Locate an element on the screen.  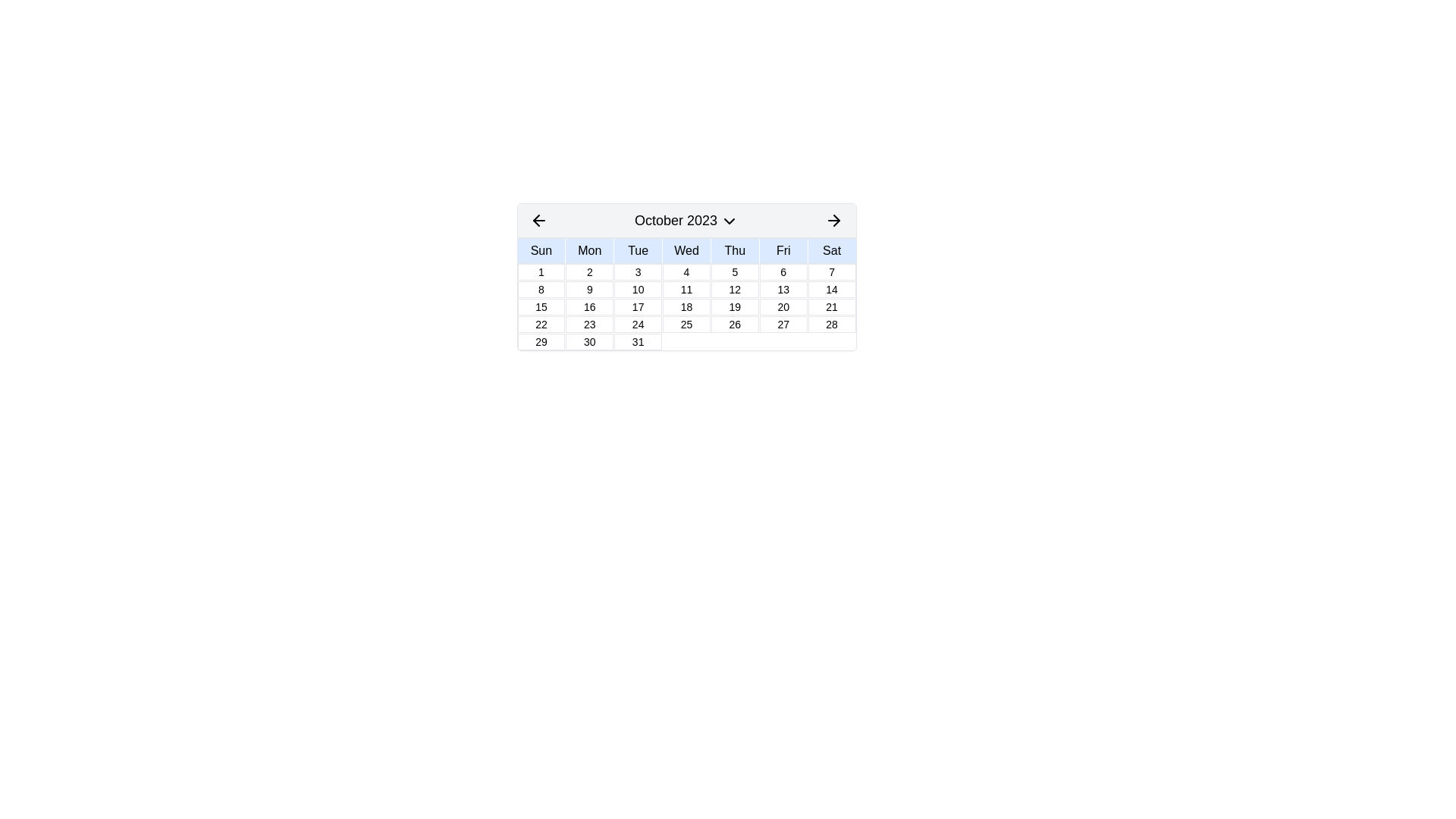
the text element '9' located in the second row and second column of the tabular calendar structure under the 'Monday' header is located at coordinates (588, 289).